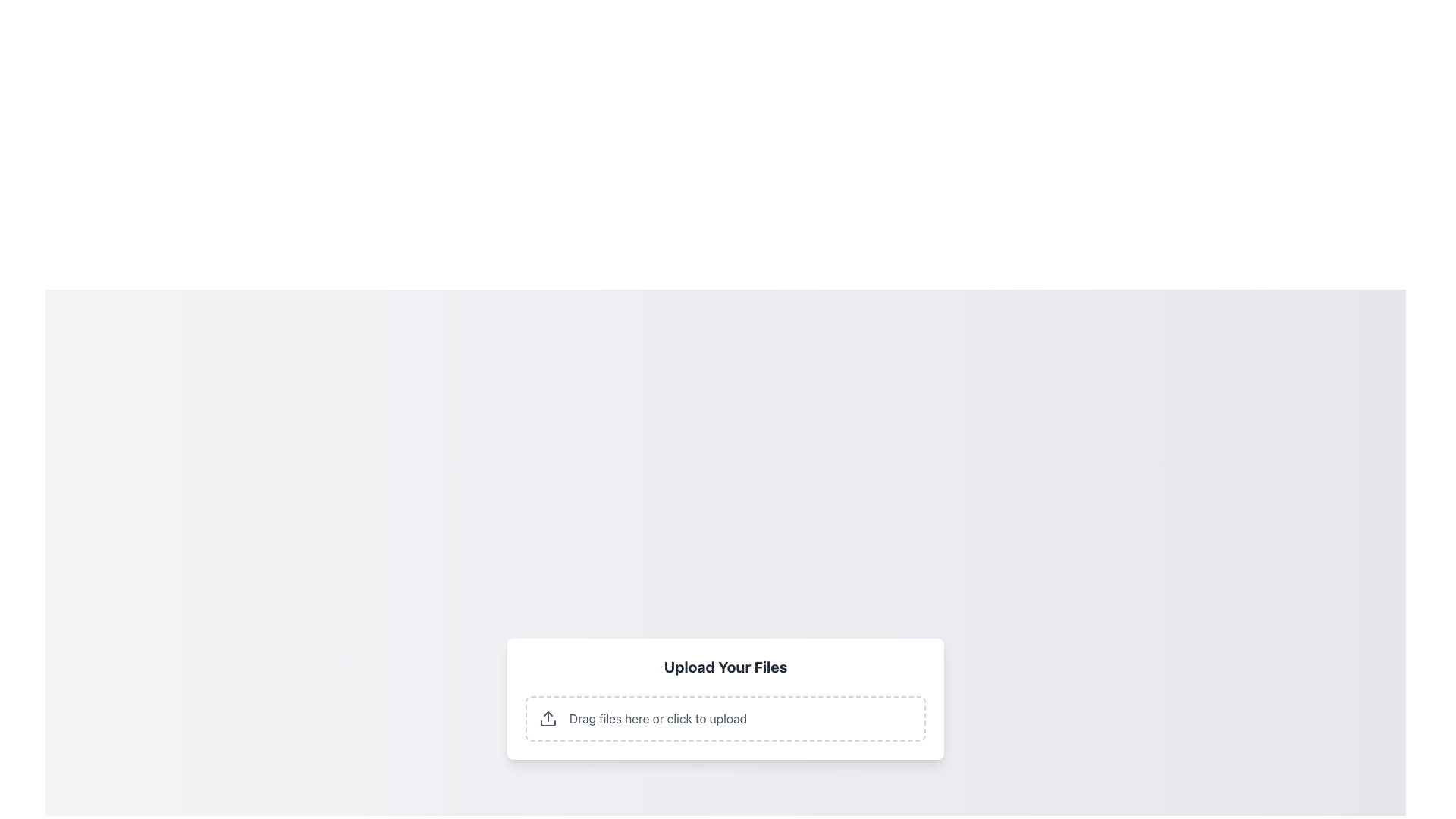  Describe the element at coordinates (724, 698) in the screenshot. I see `the File upload interface` at that location.